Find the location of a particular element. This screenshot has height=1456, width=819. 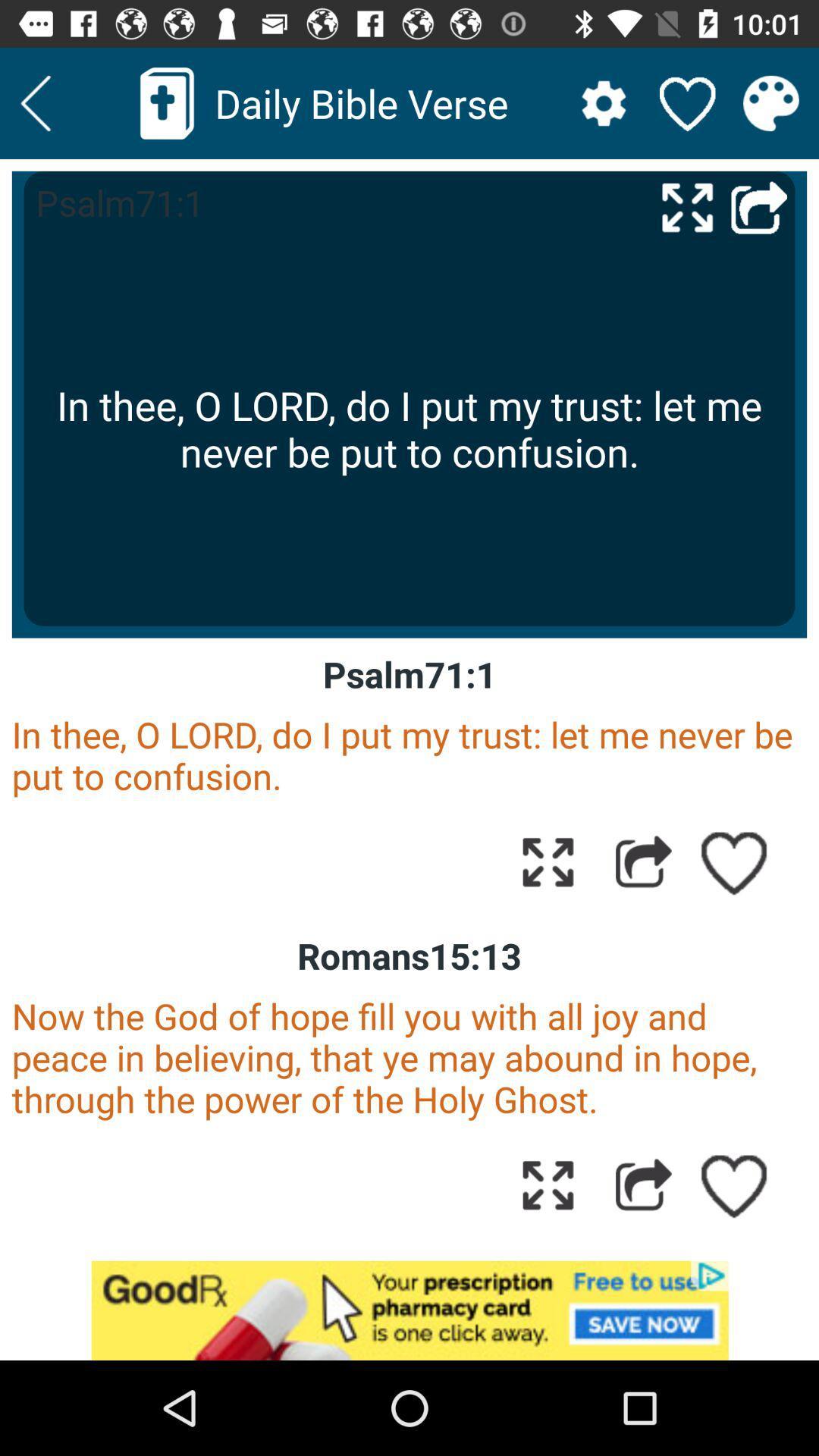

the emoji icon is located at coordinates (771, 102).